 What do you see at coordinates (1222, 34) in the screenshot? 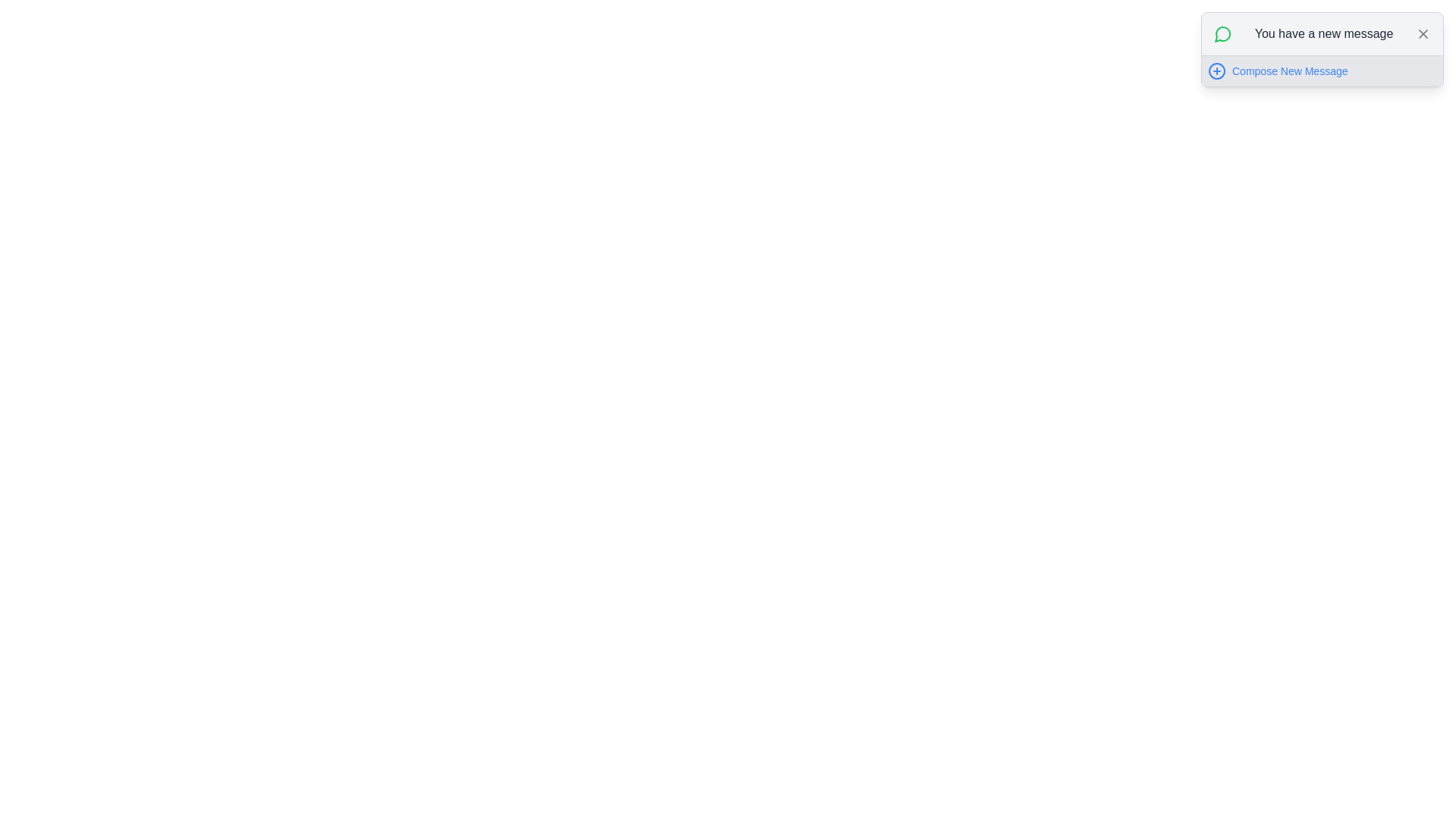
I see `the green circular speech-bubble icon located in the top-right corner of the notification panel` at bounding box center [1222, 34].